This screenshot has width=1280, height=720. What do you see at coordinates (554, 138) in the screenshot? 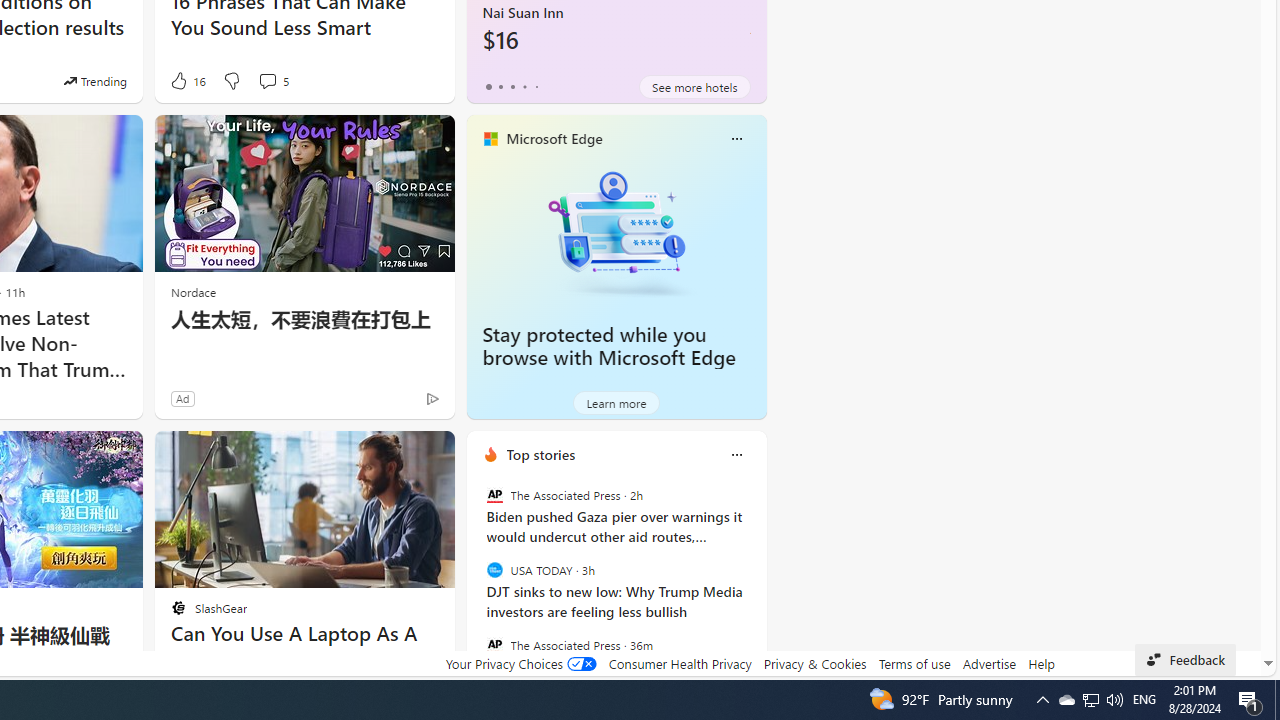
I see `'Microsoft Edge'` at bounding box center [554, 138].